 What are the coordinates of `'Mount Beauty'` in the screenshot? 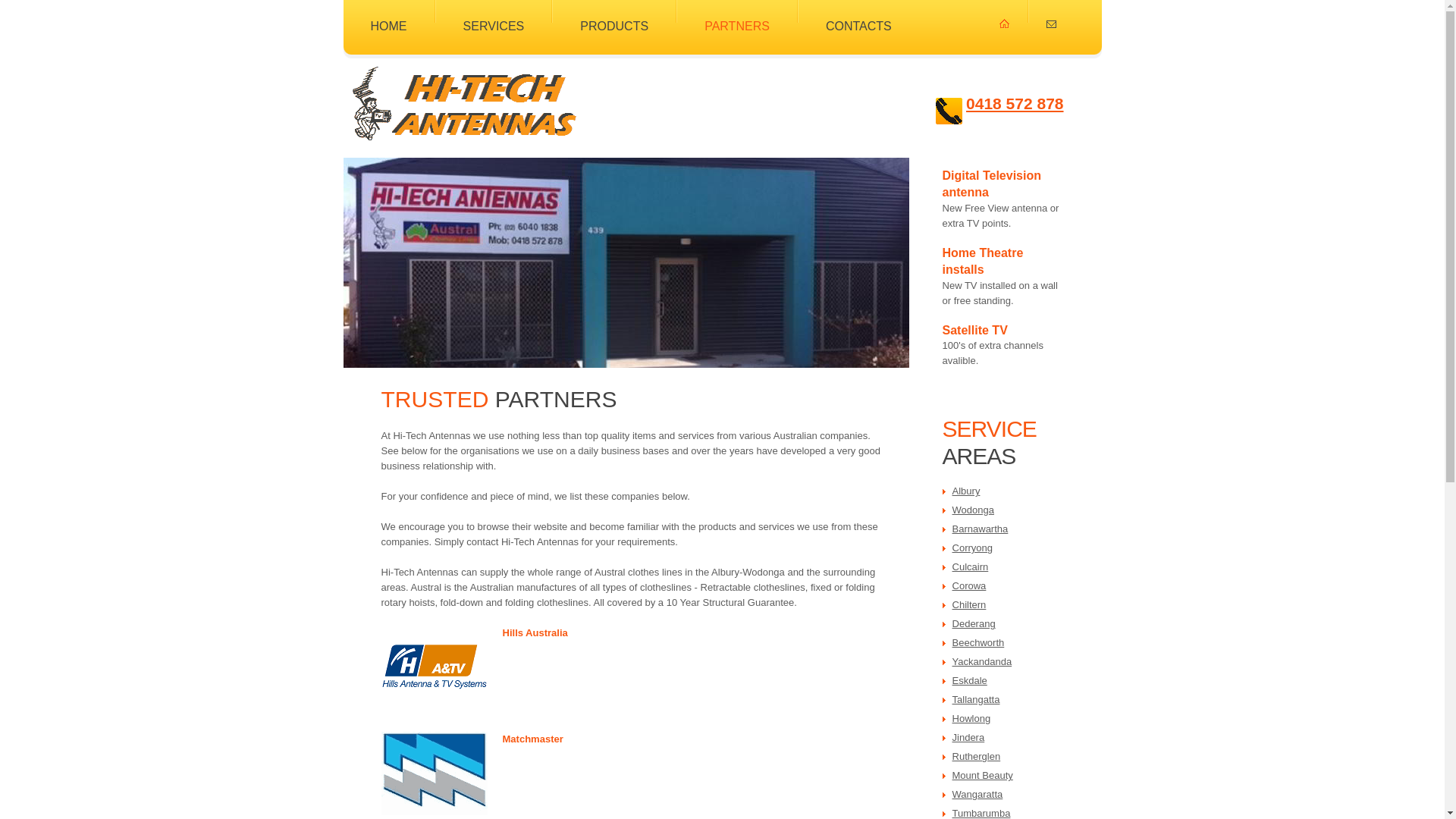 It's located at (952, 775).